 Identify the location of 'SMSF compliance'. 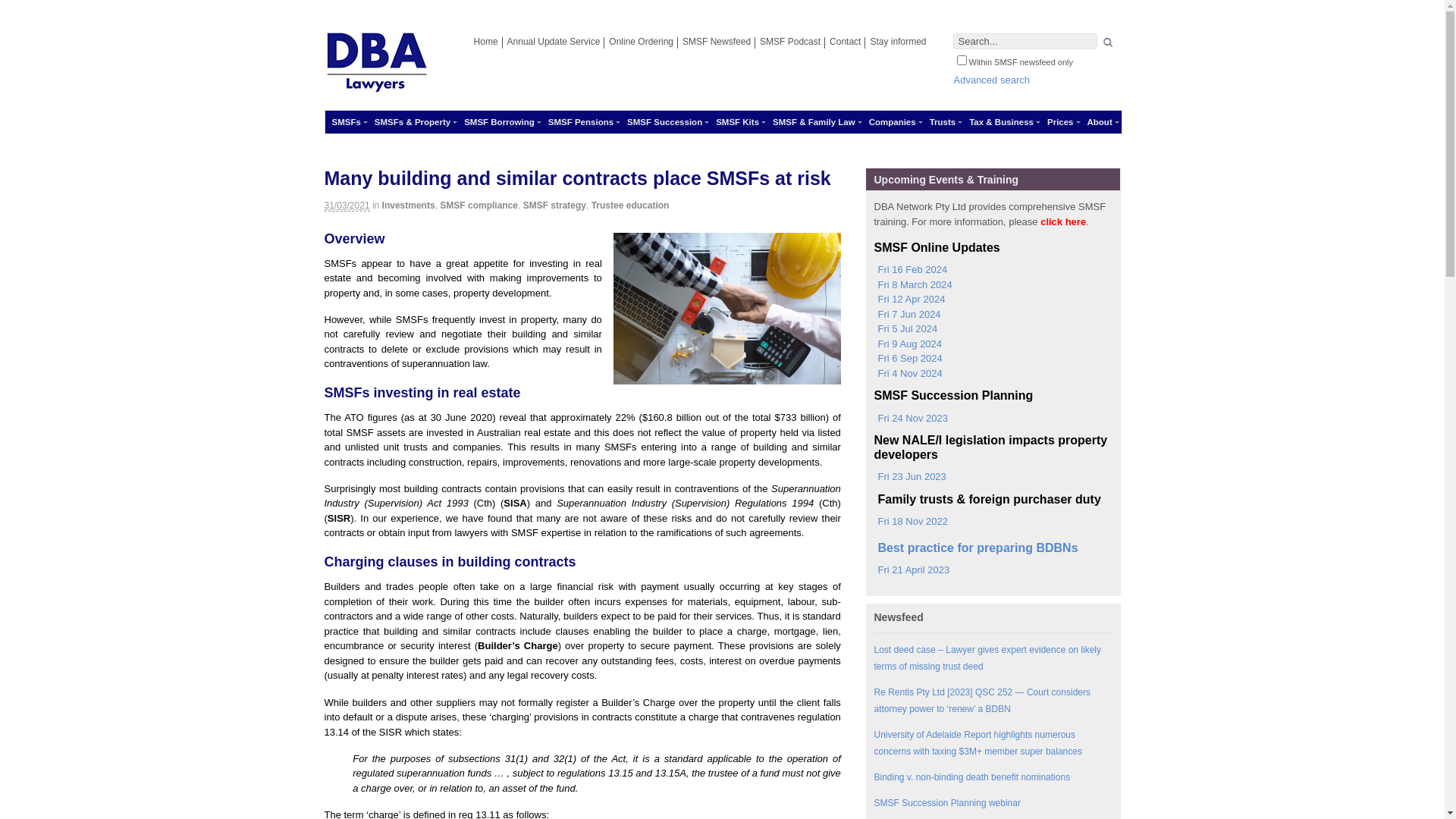
(478, 205).